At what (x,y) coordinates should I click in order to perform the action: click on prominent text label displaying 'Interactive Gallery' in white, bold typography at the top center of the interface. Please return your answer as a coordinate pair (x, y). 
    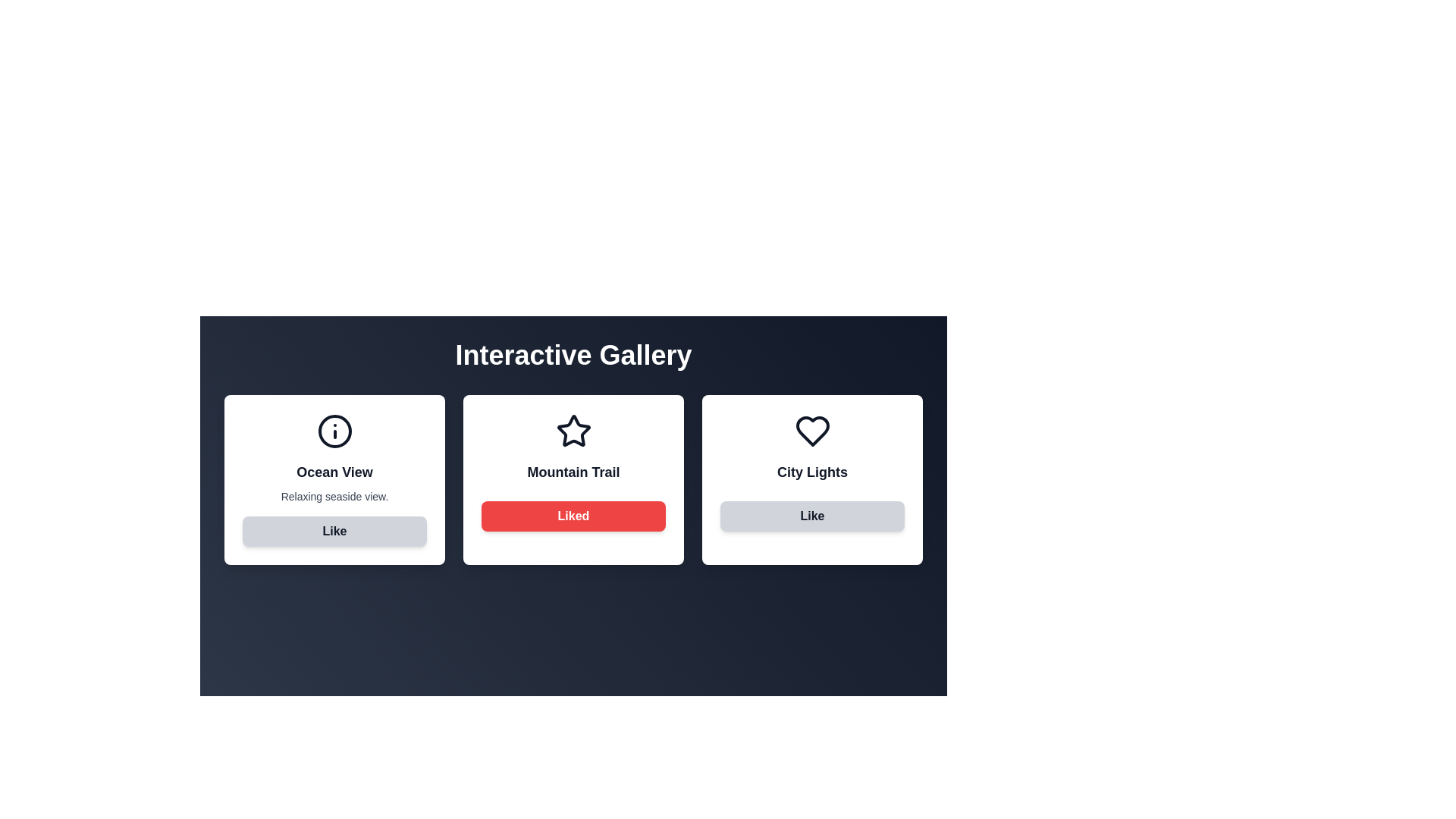
    Looking at the image, I should click on (573, 356).